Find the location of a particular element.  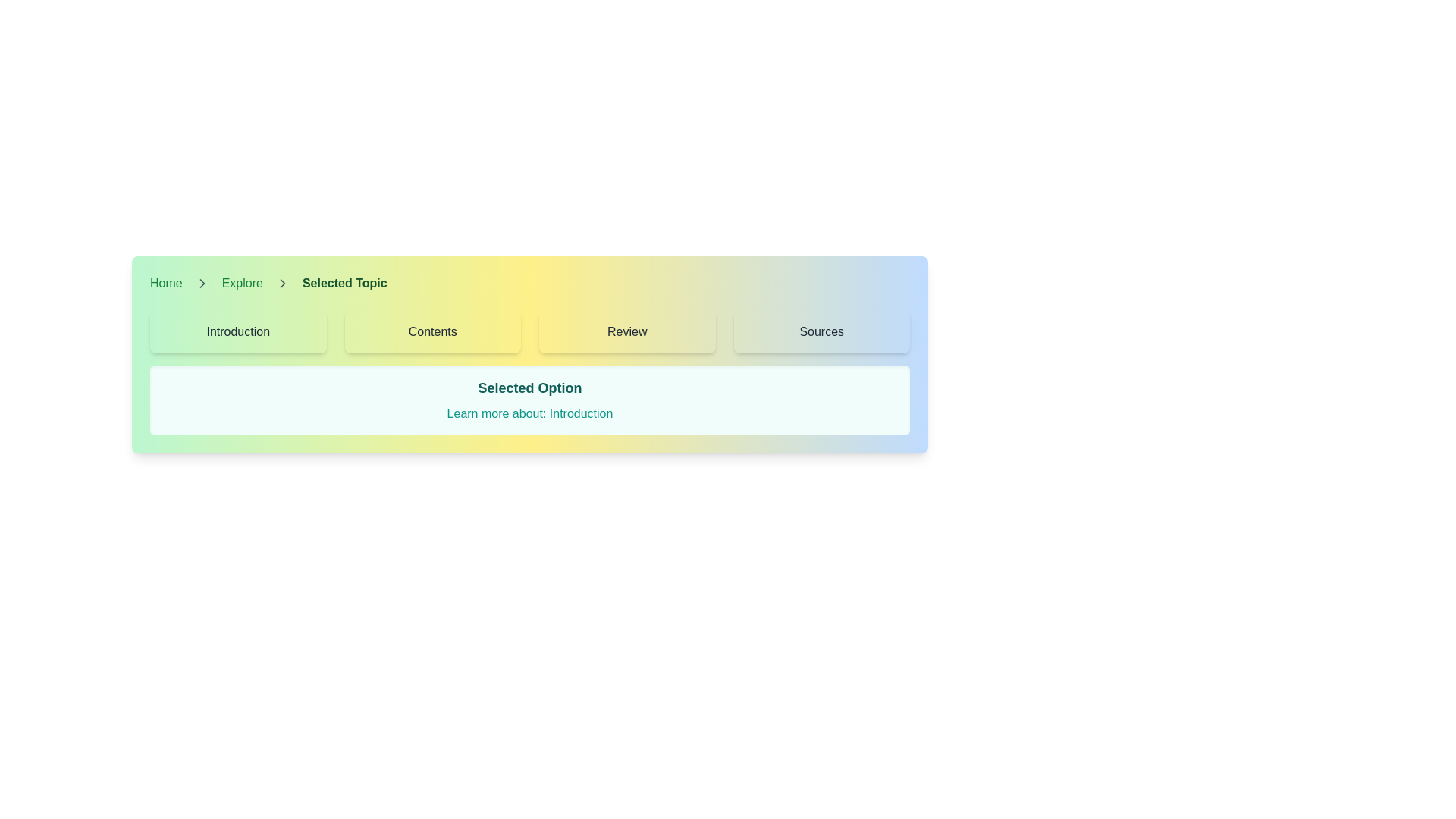

the Text label within the button located in the top-right segment of the interface, which serves as a clickable menu option is located at coordinates (821, 331).